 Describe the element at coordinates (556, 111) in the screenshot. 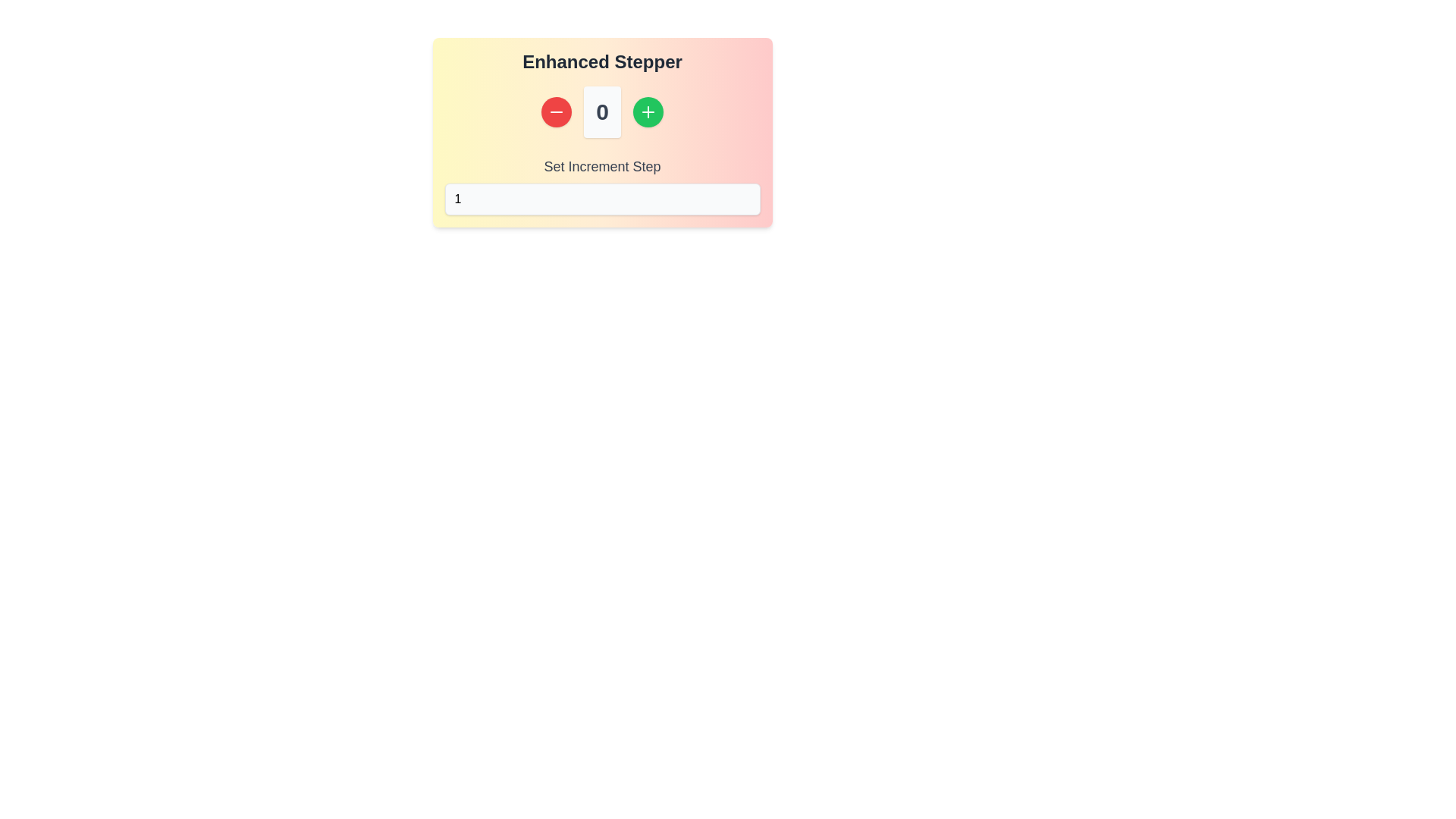

I see `the circular red button with a minus symbol in the 'Enhanced Stepper' control panel` at that location.